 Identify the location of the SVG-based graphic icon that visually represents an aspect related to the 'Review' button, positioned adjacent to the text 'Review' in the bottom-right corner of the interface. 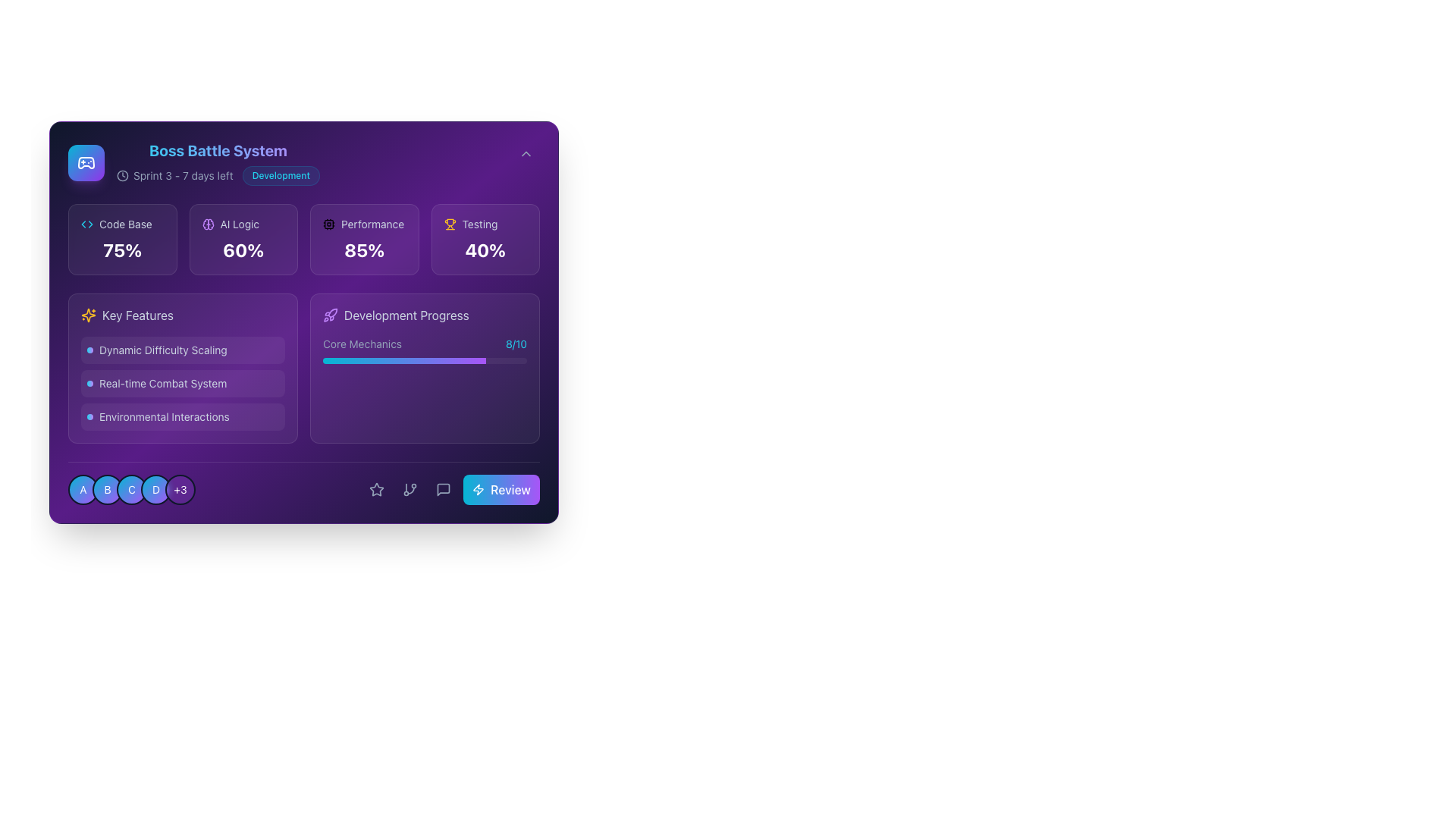
(478, 489).